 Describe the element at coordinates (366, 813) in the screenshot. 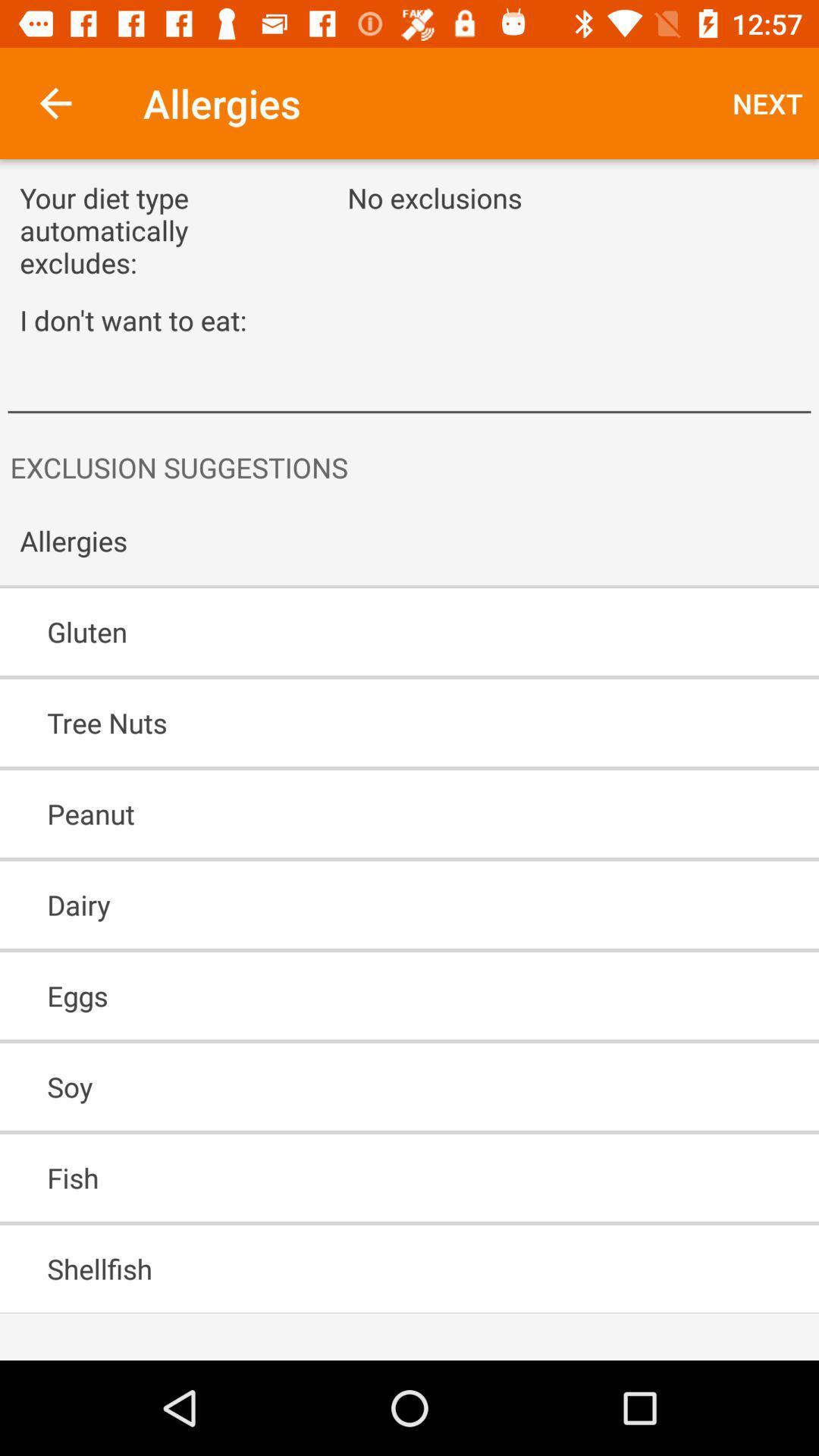

I see `the     peanut icon` at that location.